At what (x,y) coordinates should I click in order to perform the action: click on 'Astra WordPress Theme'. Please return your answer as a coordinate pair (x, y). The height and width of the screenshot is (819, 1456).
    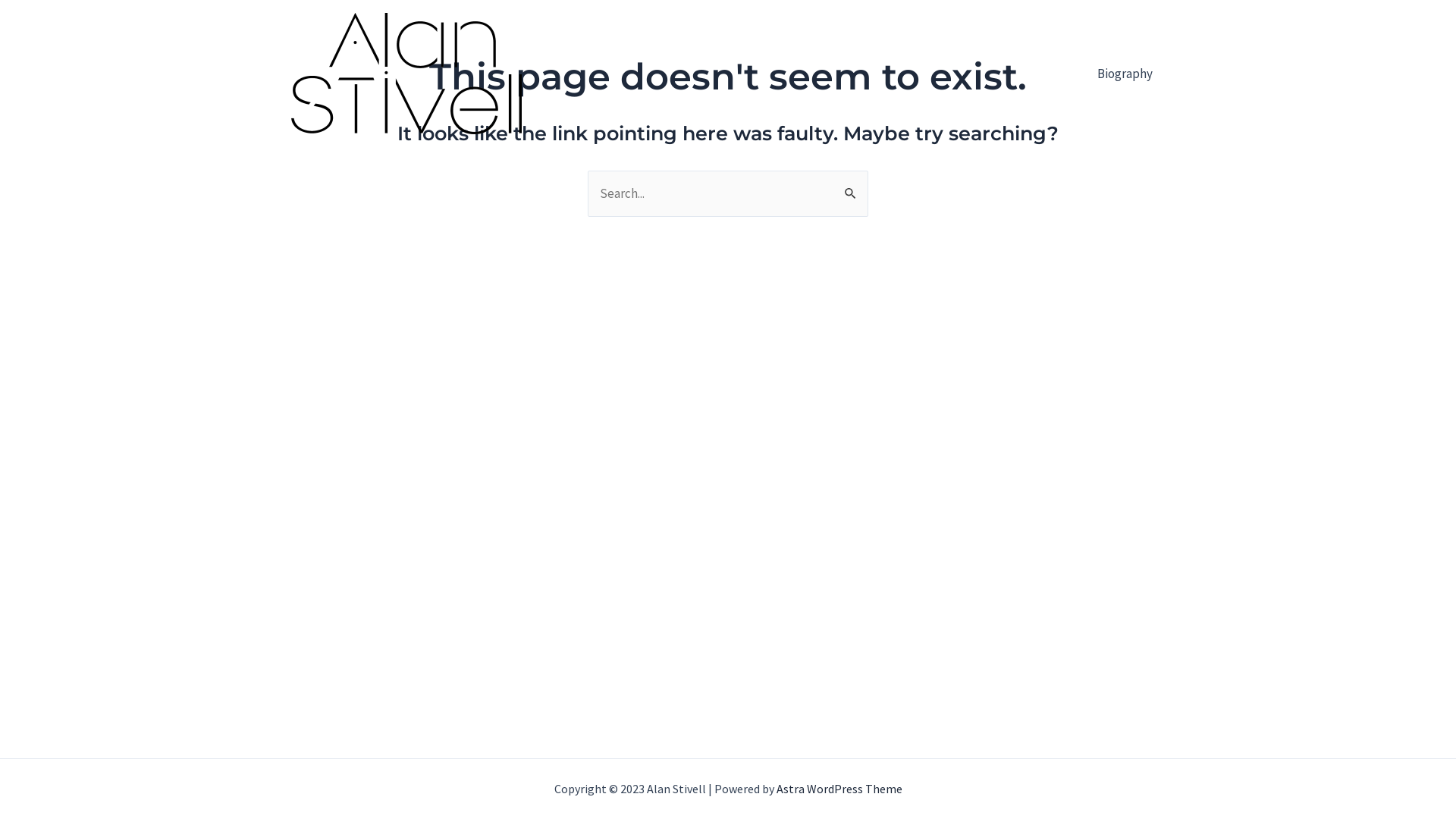
    Looking at the image, I should click on (839, 788).